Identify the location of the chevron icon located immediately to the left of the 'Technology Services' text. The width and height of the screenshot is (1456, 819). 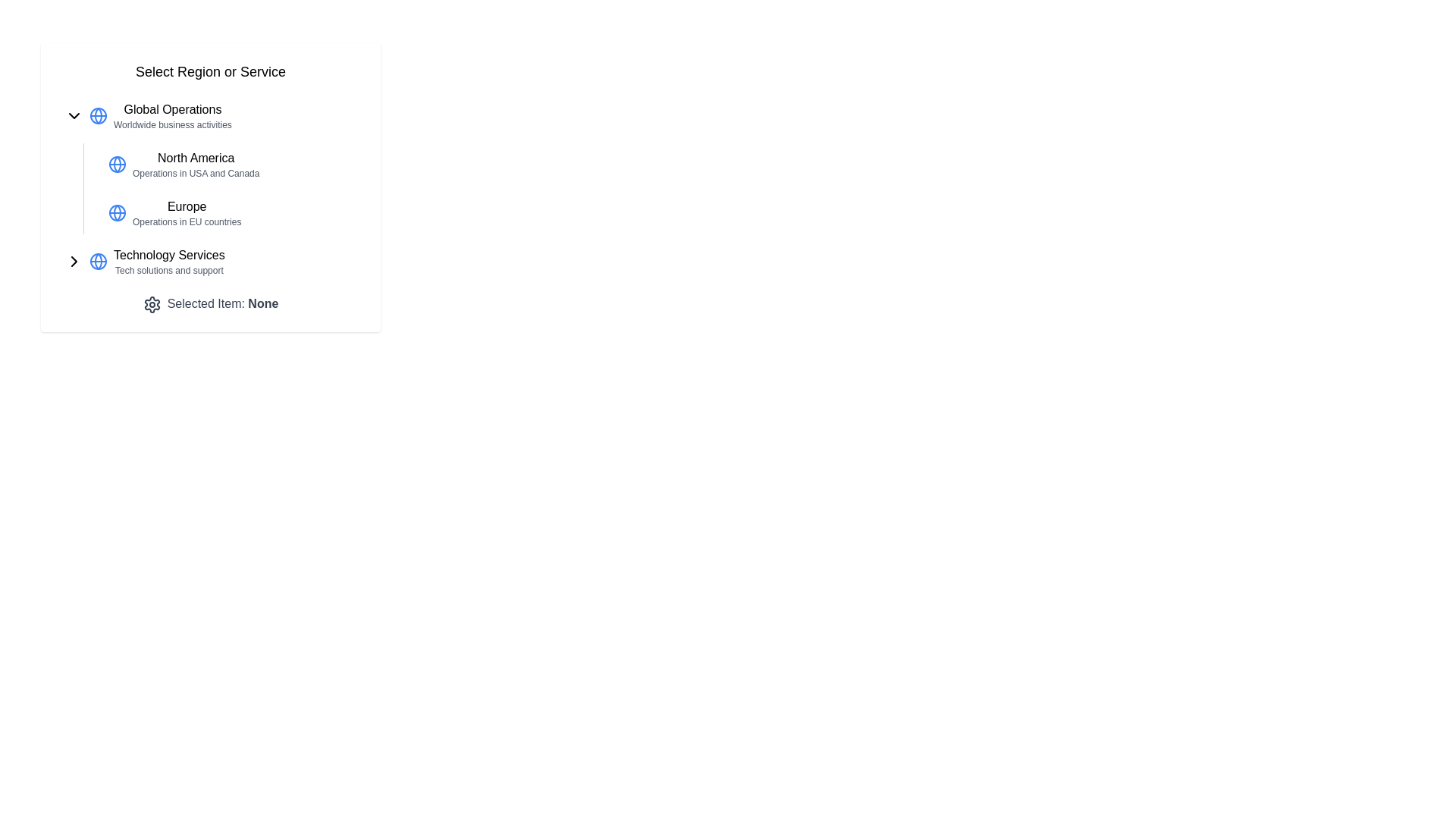
(73, 260).